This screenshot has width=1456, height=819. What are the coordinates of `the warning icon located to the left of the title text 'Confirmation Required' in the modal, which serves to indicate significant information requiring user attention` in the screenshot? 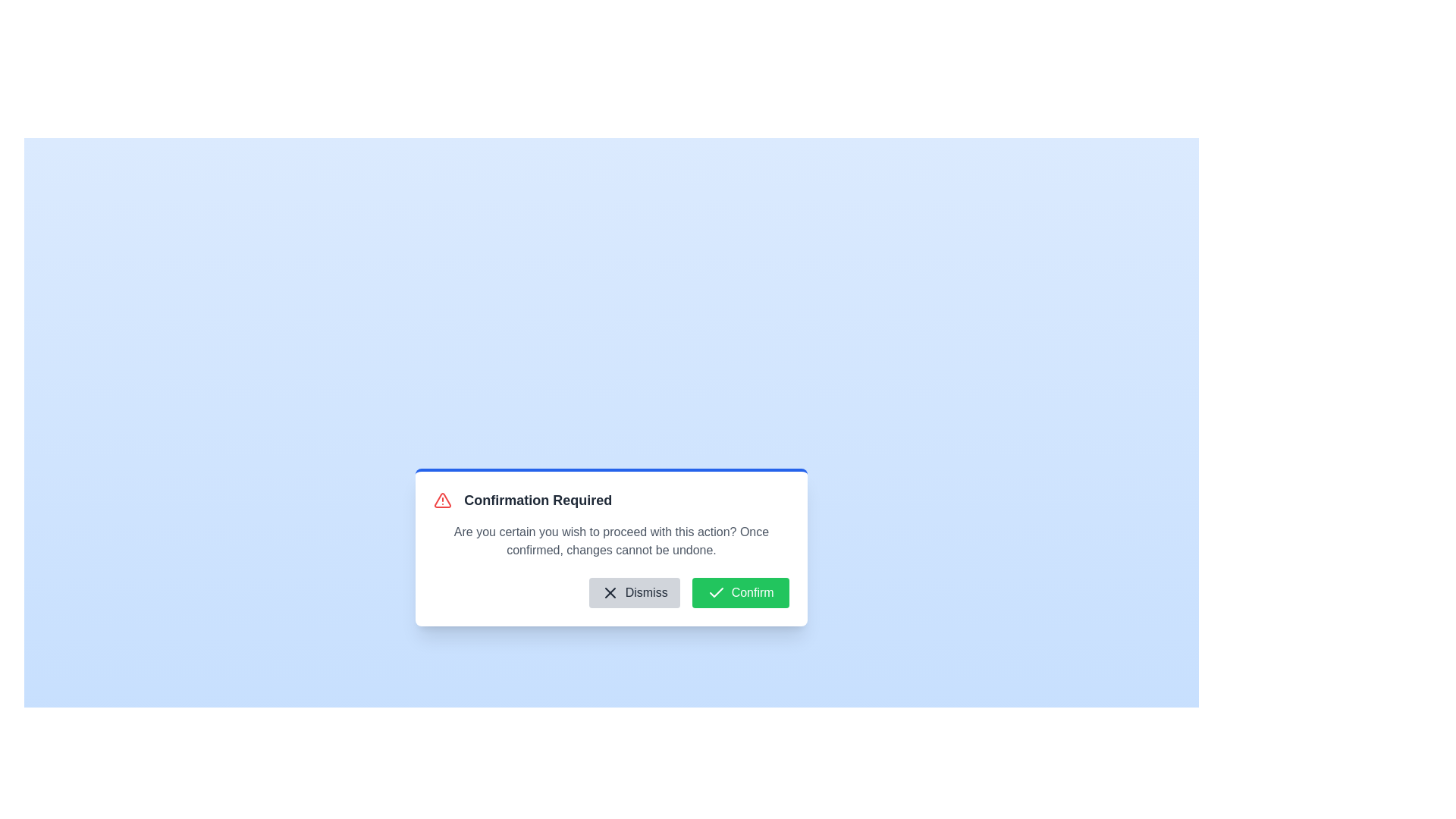 It's located at (442, 500).